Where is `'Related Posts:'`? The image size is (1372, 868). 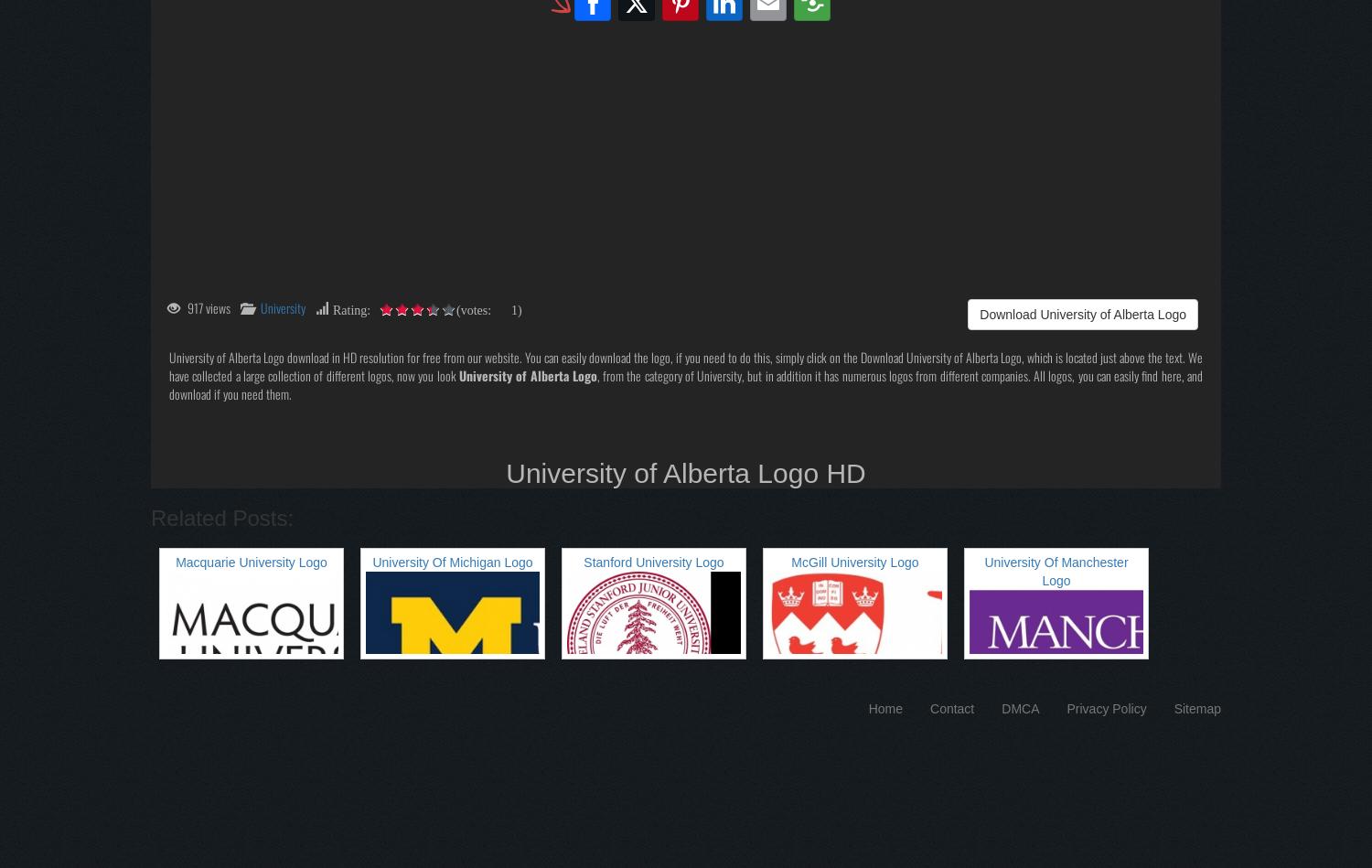
'Related Posts:' is located at coordinates (221, 516).